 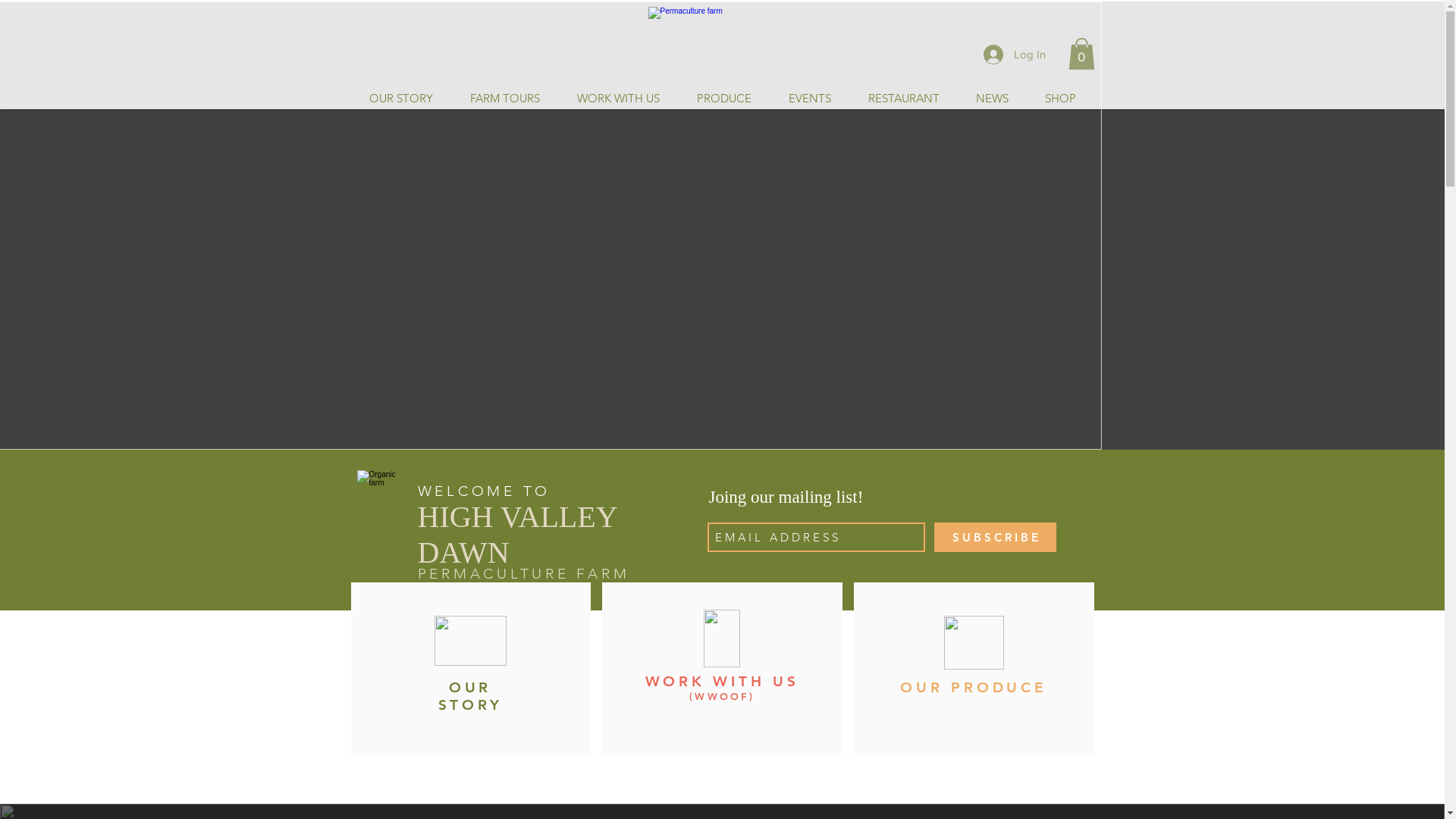 What do you see at coordinates (899, 687) in the screenshot?
I see `'OUR PRODUCE'` at bounding box center [899, 687].